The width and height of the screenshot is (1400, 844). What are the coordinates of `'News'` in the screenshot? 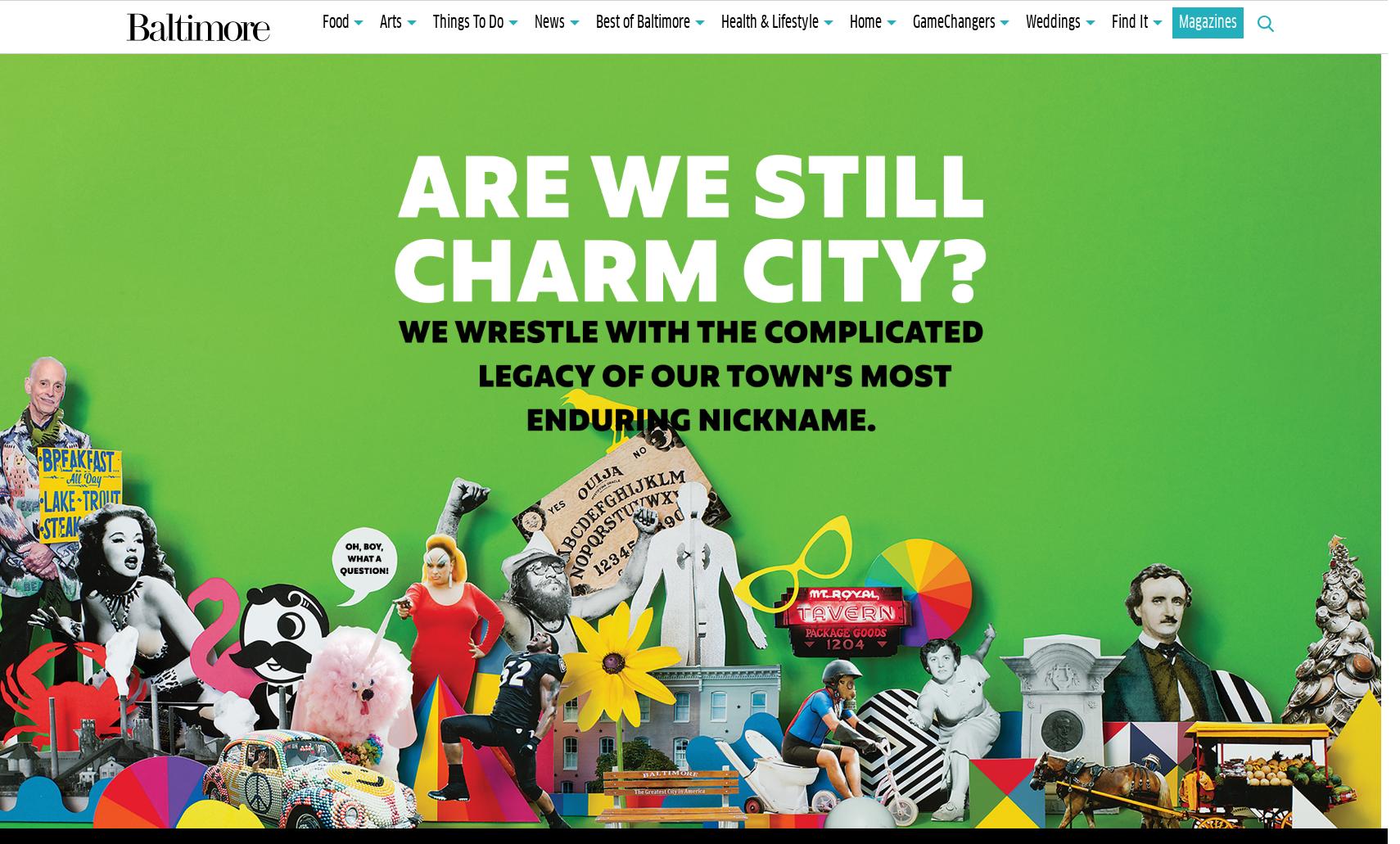 It's located at (549, 23).